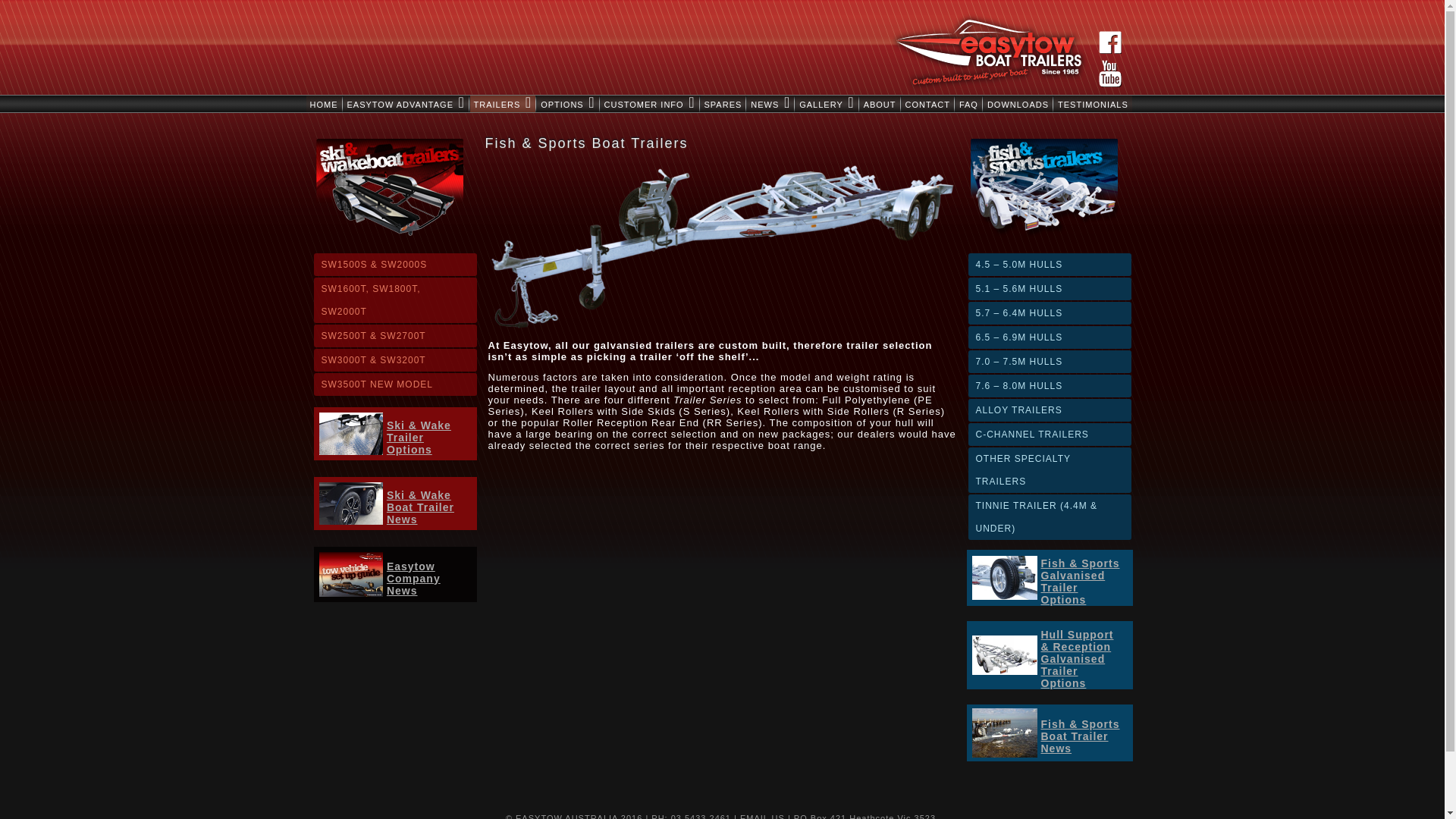  I want to click on 'ABOUT', so click(859, 103).